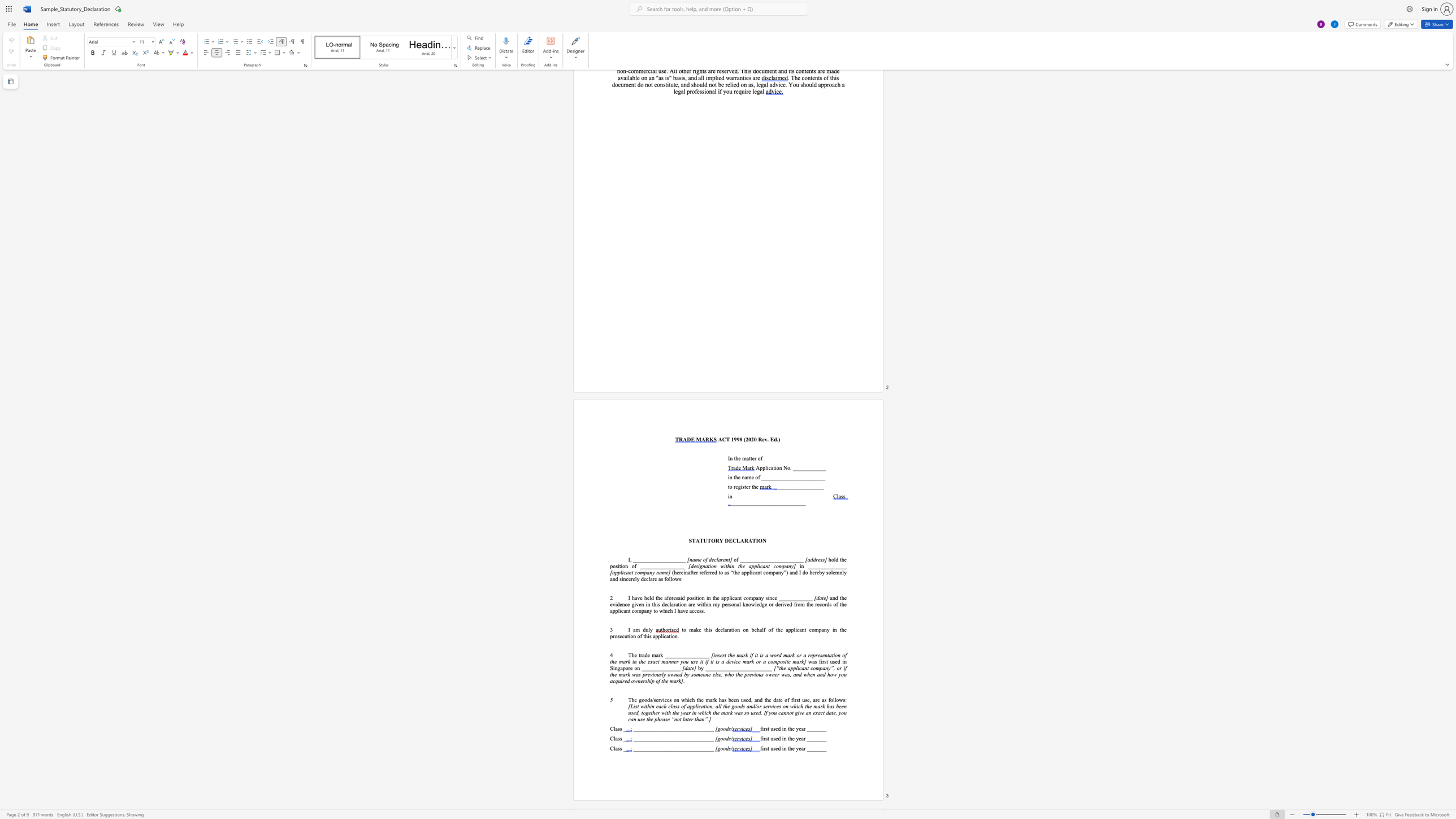  What do you see at coordinates (804, 486) in the screenshot?
I see `the subset text "__" within the text "_________________"` at bounding box center [804, 486].